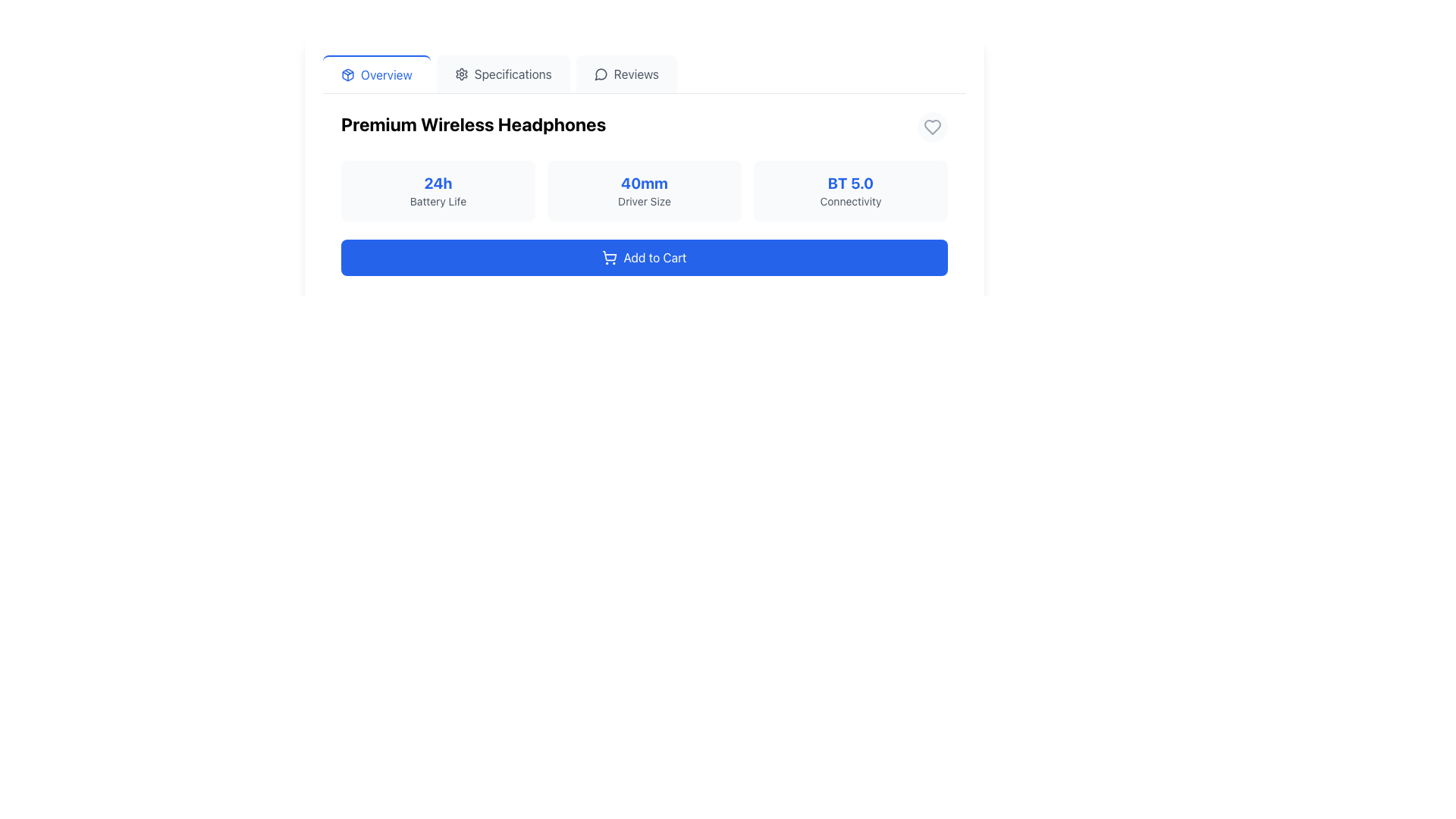 This screenshot has width=1456, height=819. Describe the element at coordinates (636, 74) in the screenshot. I see `the 'Reviews' text label, which is the third item in a horizontal row of elements, following a speech bubble icon and another related icon` at that location.